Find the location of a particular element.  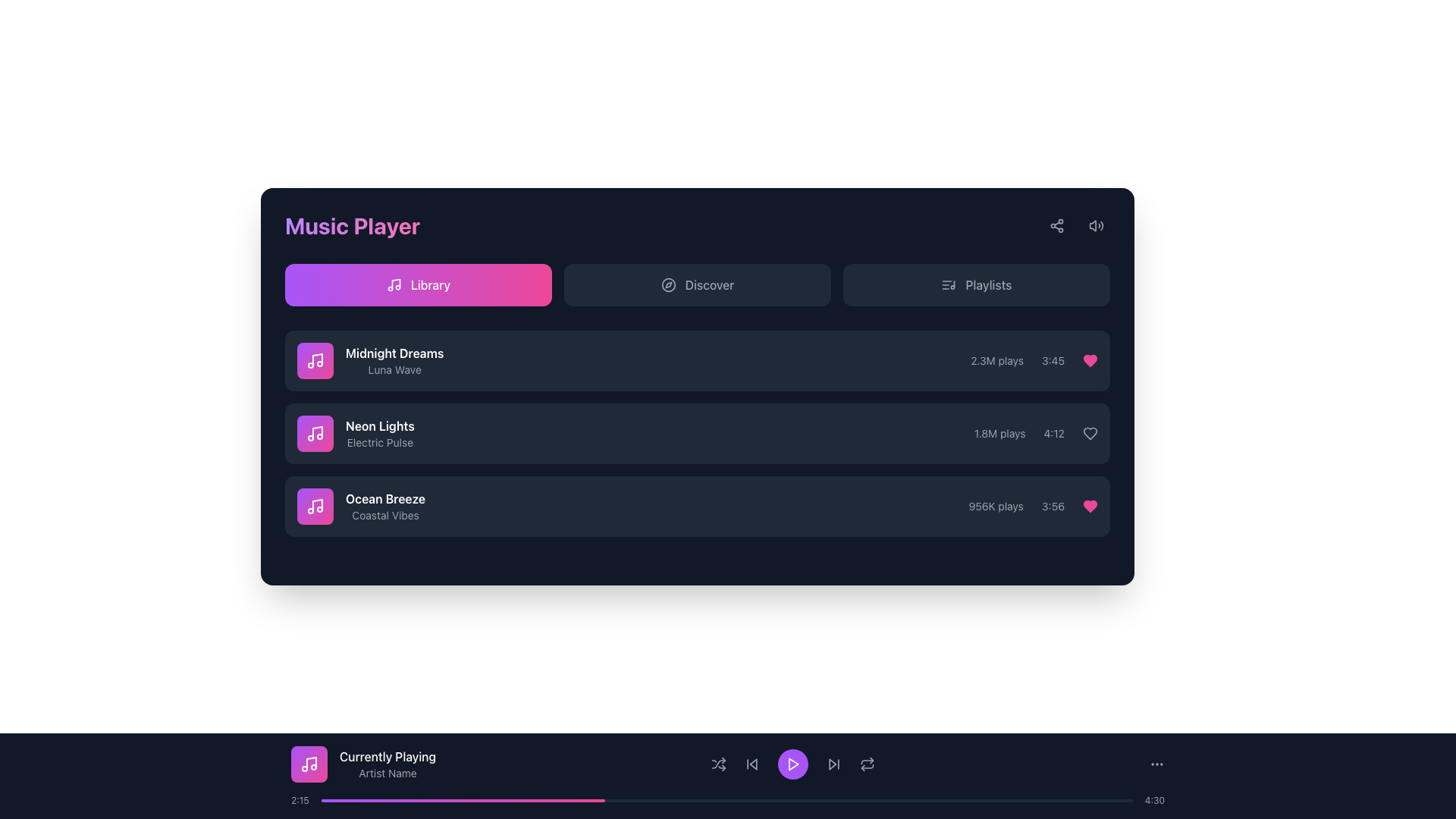

the leftmost segment of the gray progress bar, which is a horizontal bar filled with a gradient transitioning from purple to pink, representing 35% completion is located at coordinates (462, 800).